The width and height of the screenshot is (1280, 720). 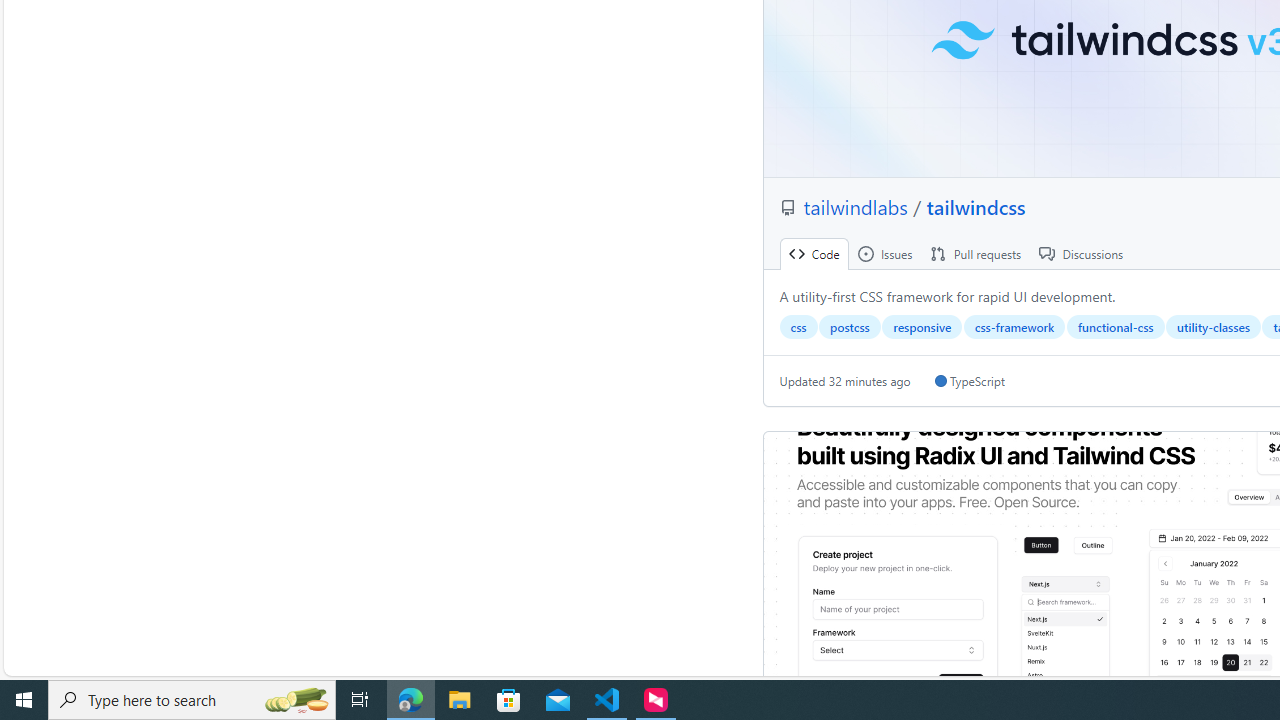 What do you see at coordinates (1212, 326) in the screenshot?
I see `'utility-classes'` at bounding box center [1212, 326].